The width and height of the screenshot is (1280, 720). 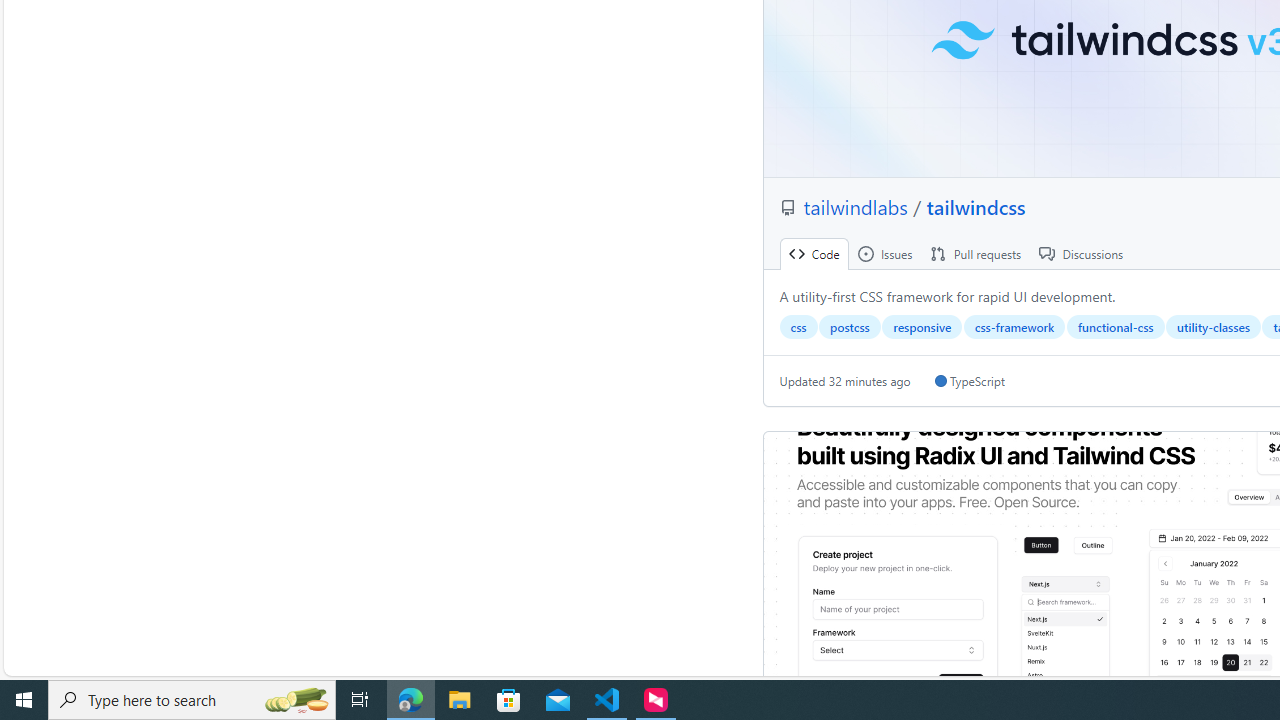 What do you see at coordinates (1212, 326) in the screenshot?
I see `'utility-classes'` at bounding box center [1212, 326].